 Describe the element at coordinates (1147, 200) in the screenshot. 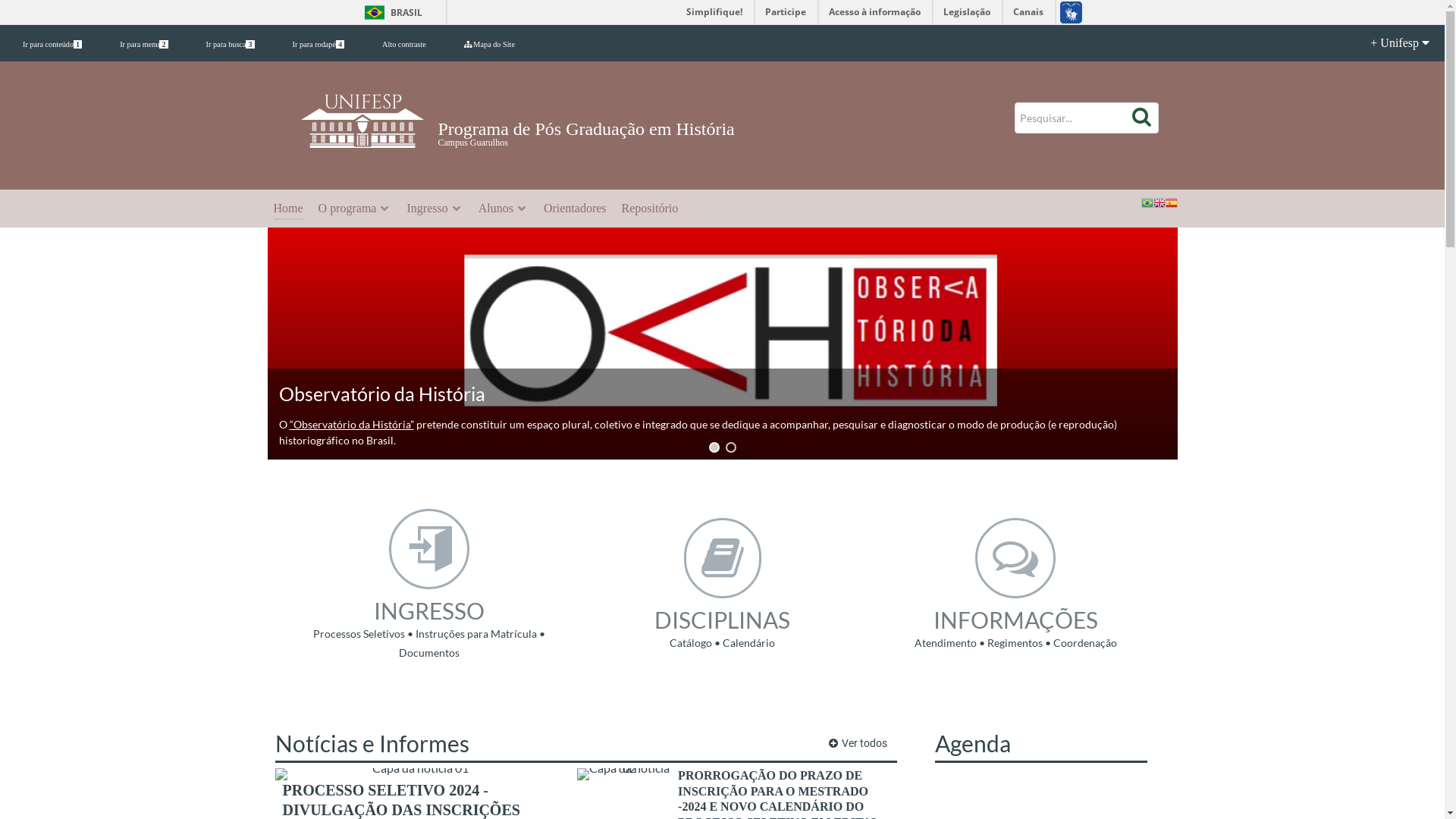

I see `'Portuguese'` at that location.